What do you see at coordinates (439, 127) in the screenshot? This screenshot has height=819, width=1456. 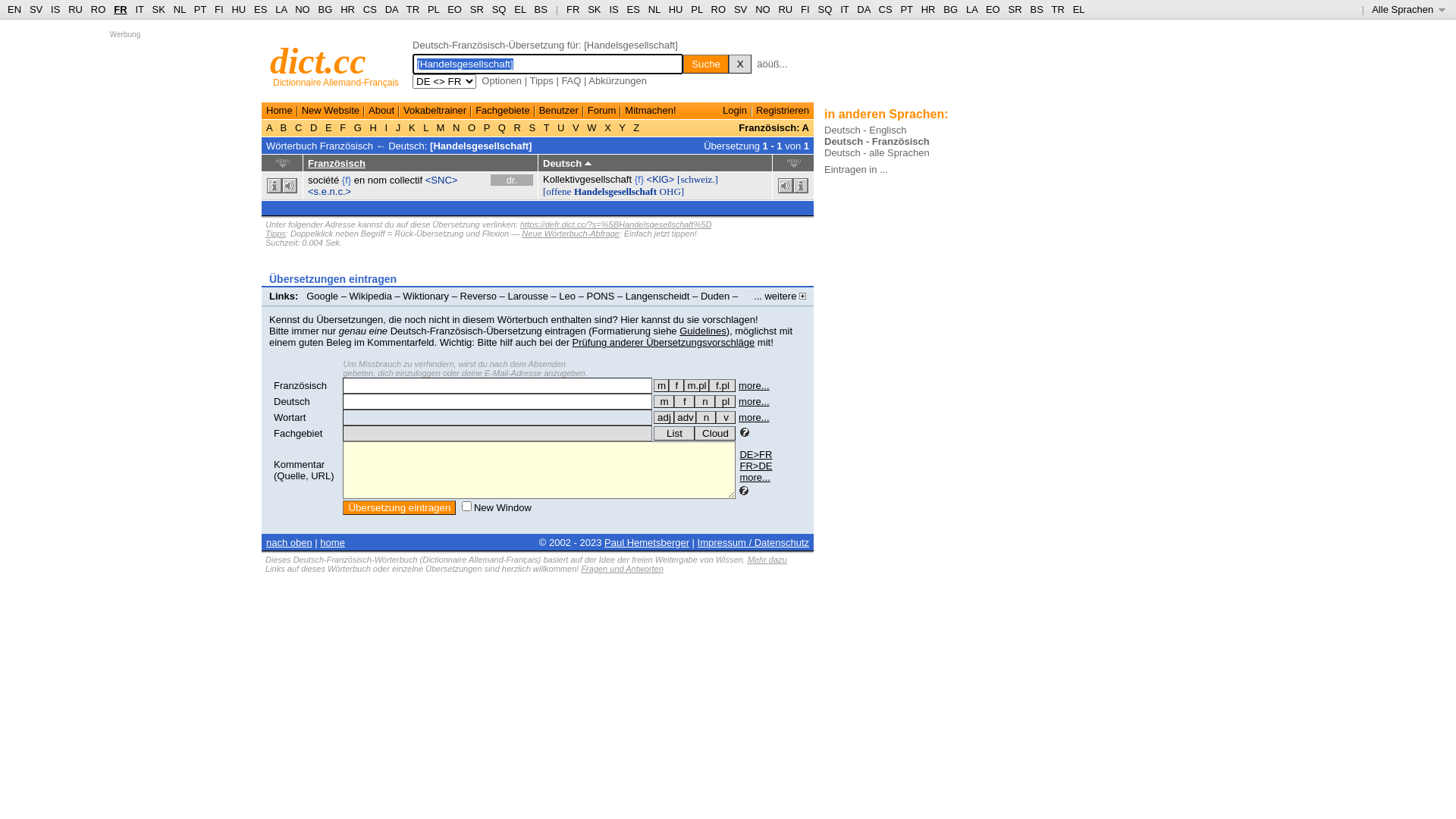 I see `'M'` at bounding box center [439, 127].